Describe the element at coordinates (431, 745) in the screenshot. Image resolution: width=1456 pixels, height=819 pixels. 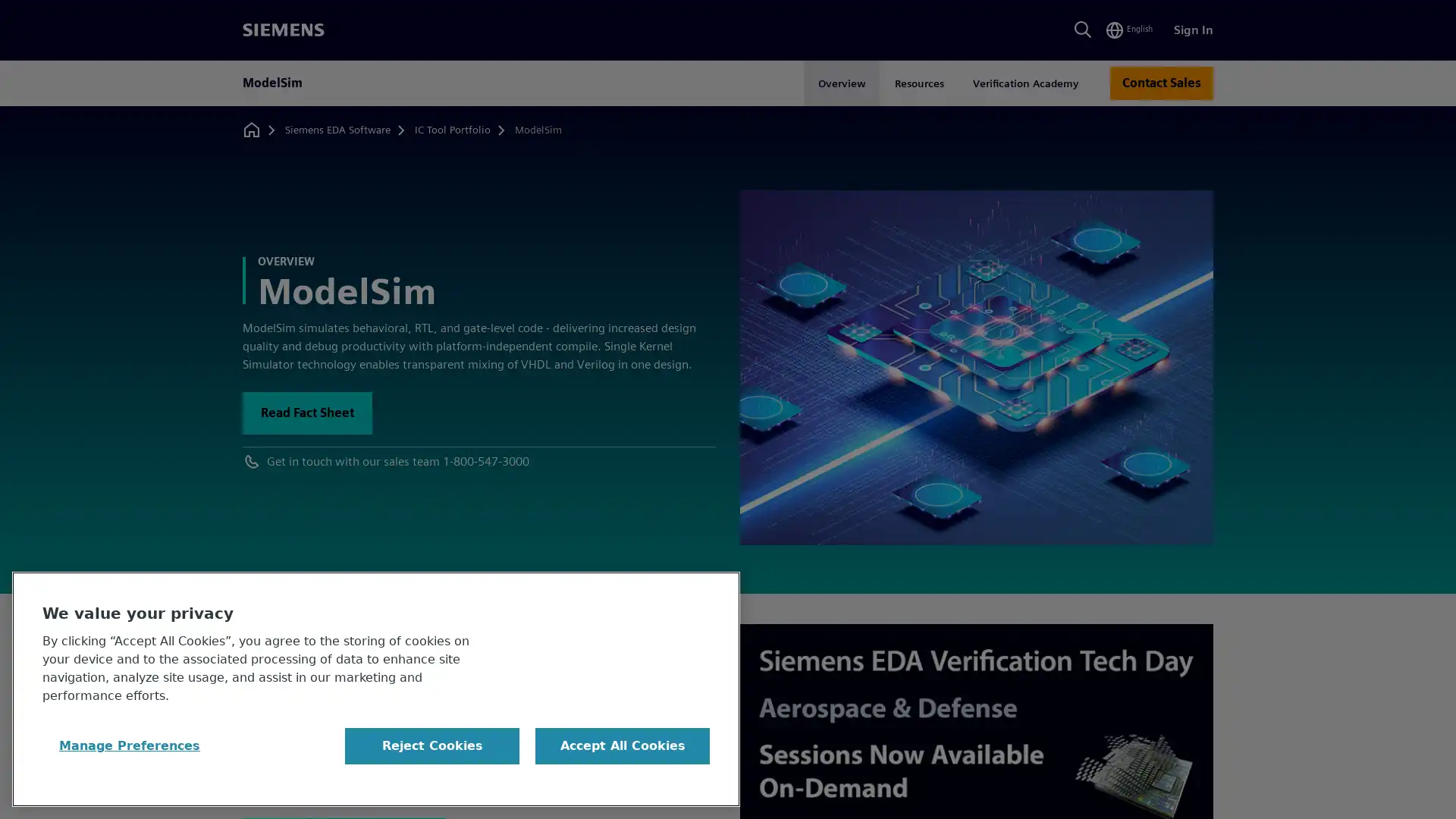
I see `Reject Cookies` at that location.